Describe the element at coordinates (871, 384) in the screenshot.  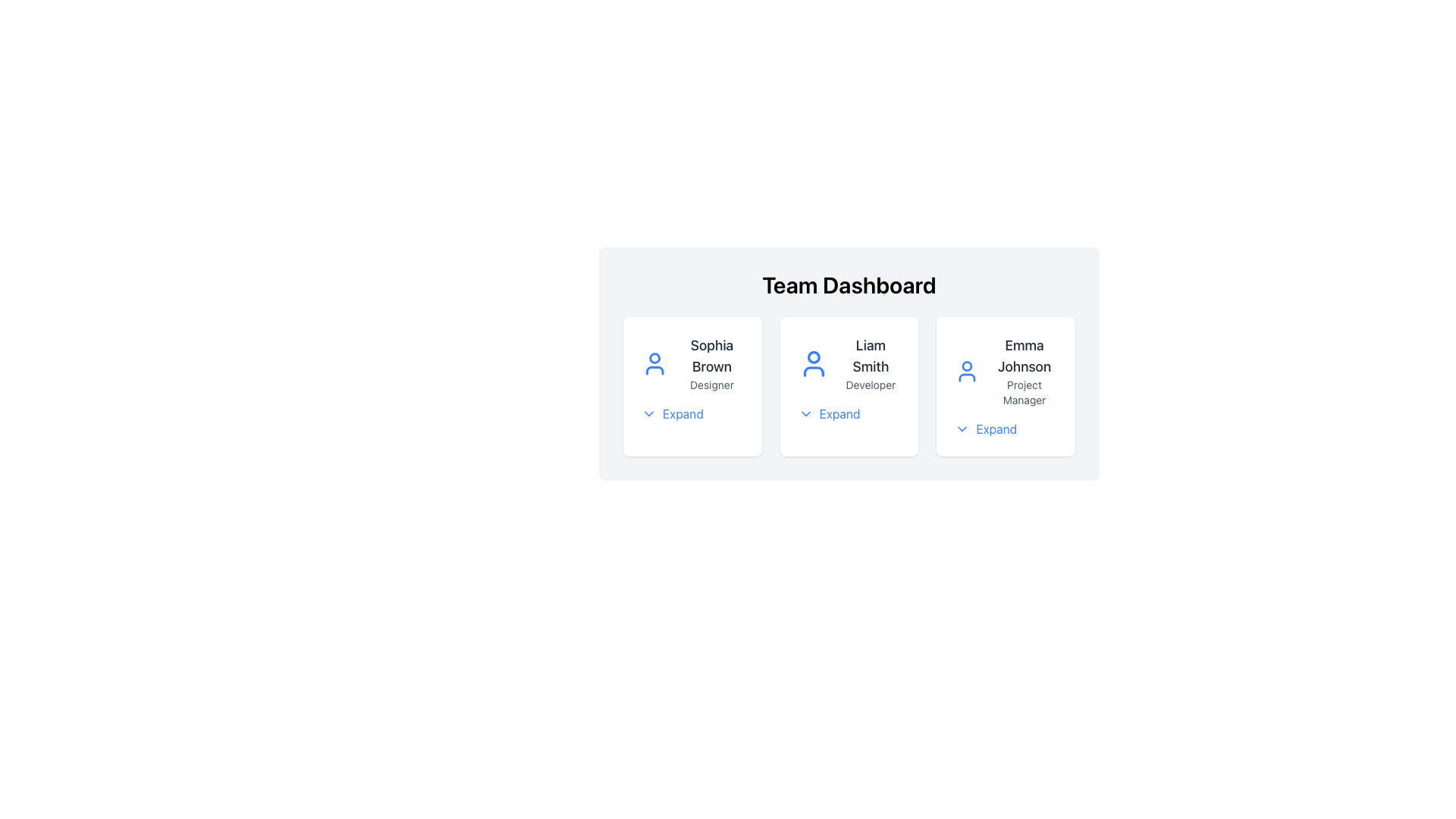
I see `the 'Developer' text label located within the card for 'Liam Smith', which is positioned below the name and above an expandable button in the 'Team Dashboard' interface` at that location.